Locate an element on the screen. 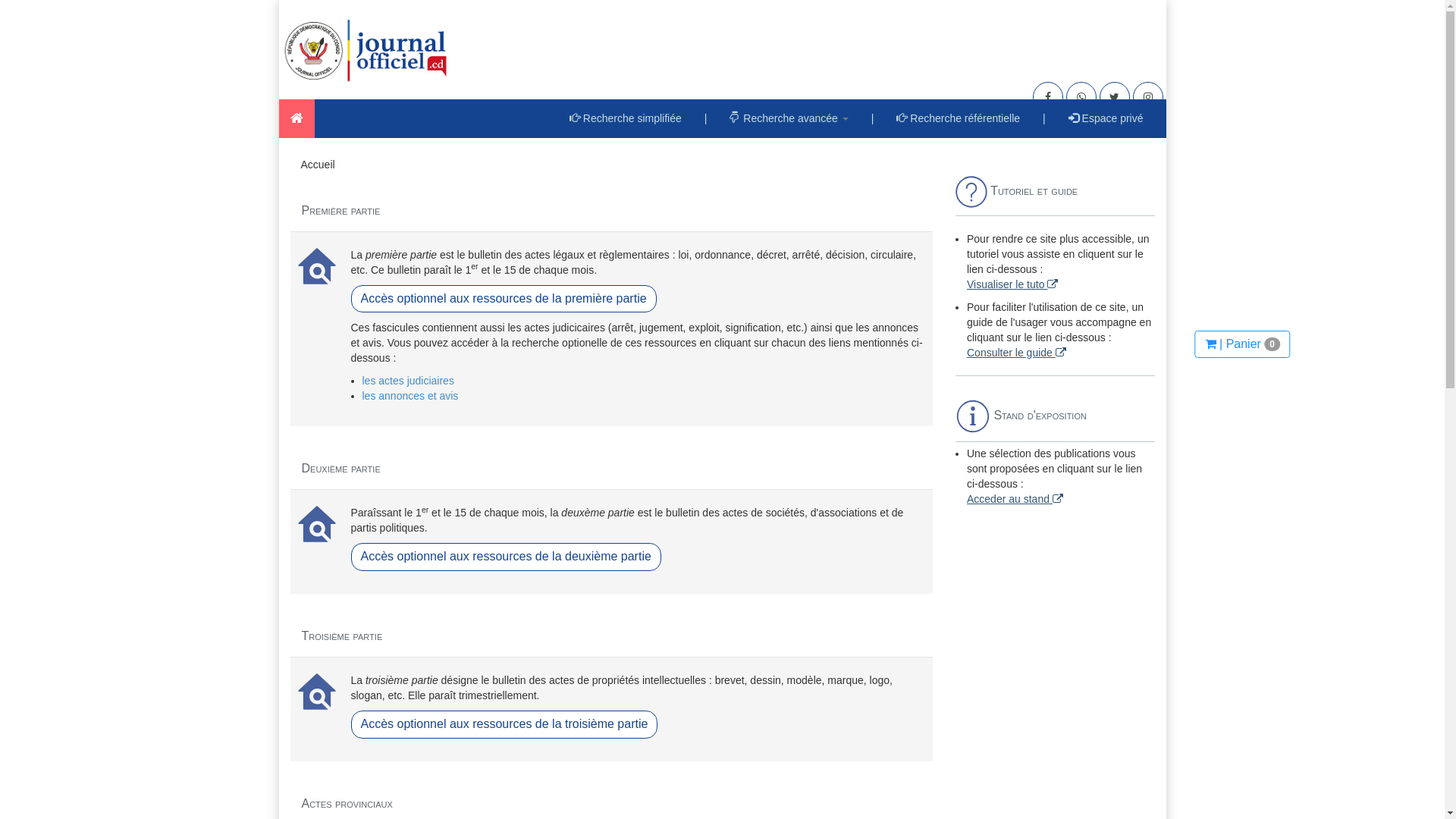 Image resolution: width=1456 pixels, height=819 pixels. 'les annonces et avis' is located at coordinates (362, 394).